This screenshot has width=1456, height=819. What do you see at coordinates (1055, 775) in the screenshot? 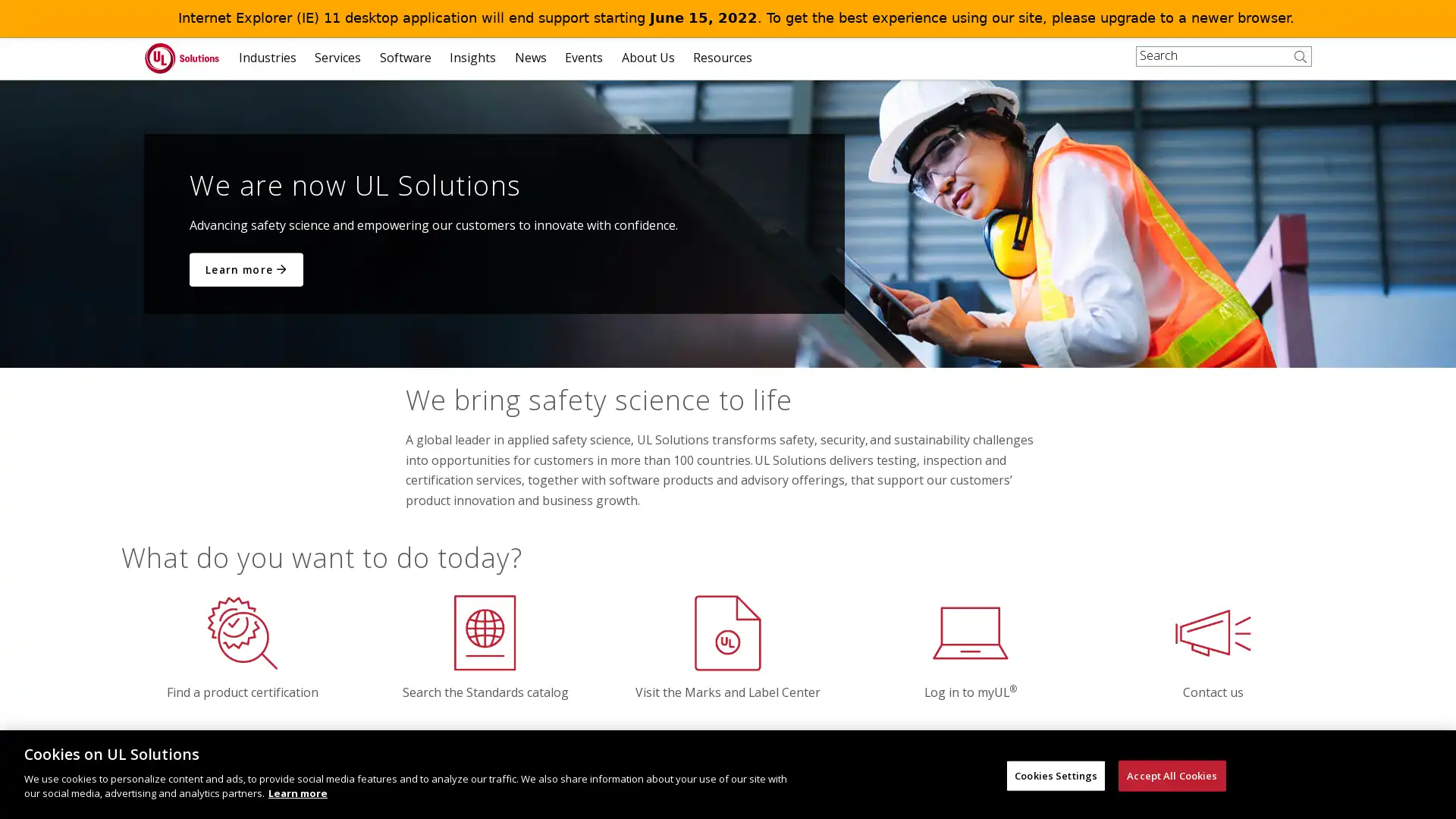
I see `Cookies Settings` at bounding box center [1055, 775].